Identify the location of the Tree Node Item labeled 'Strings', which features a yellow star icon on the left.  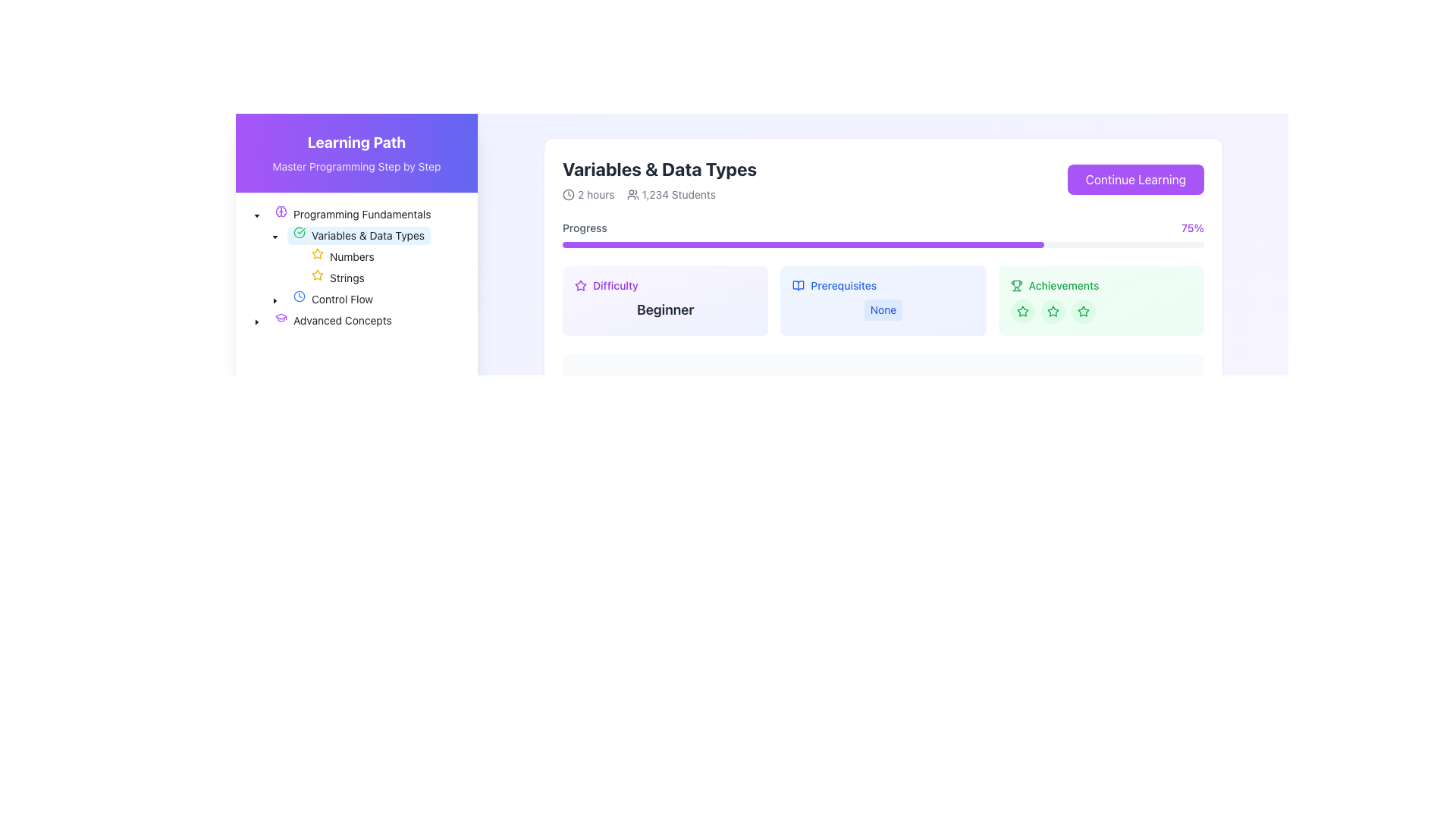
(308, 278).